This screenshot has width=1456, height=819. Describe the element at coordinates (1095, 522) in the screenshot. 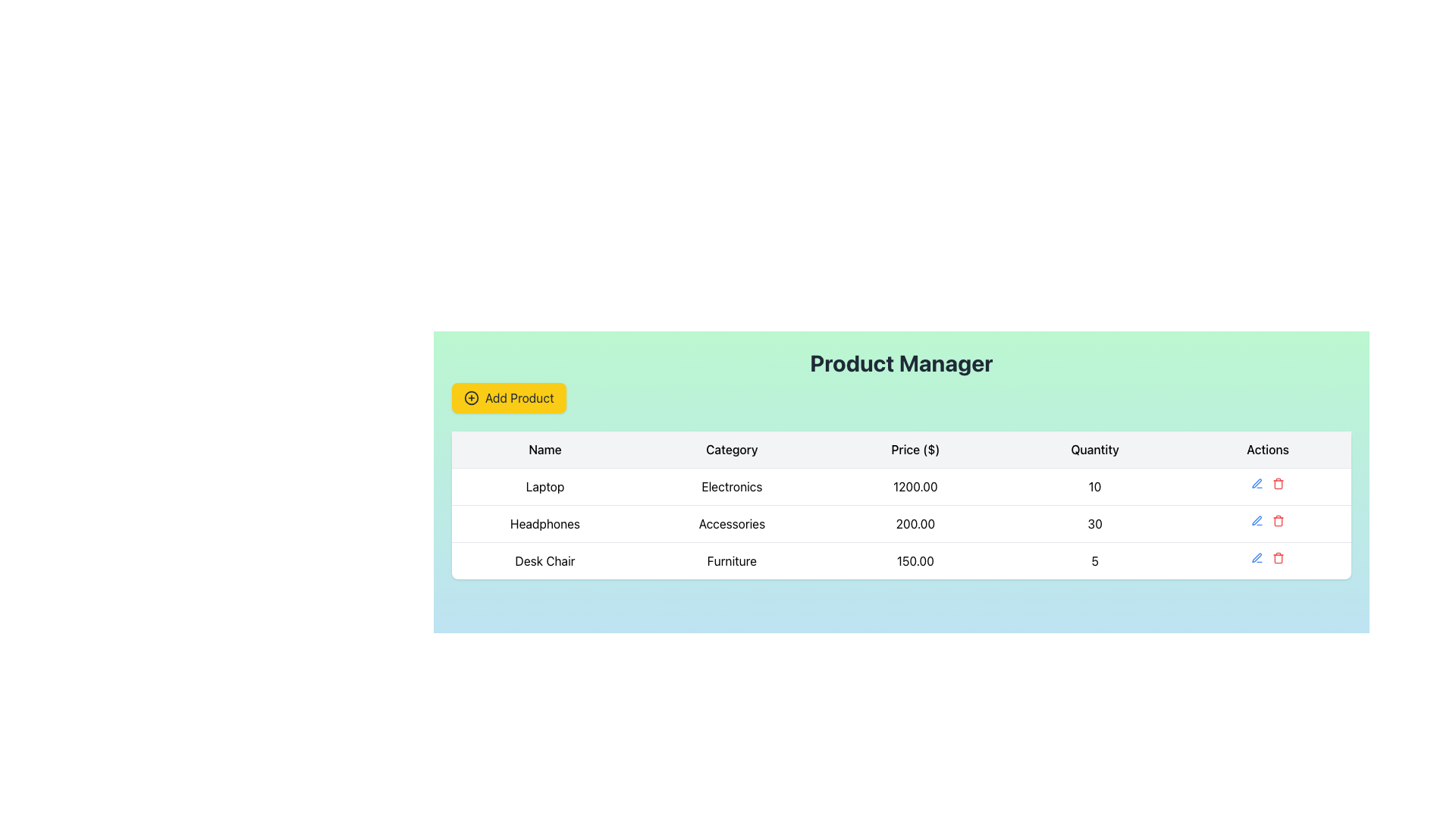

I see `the non-interactive quantity text element representing the quantity of Headphones in the table located in the fourth column of the second row, adjacent to '200.00' and action icons` at that location.